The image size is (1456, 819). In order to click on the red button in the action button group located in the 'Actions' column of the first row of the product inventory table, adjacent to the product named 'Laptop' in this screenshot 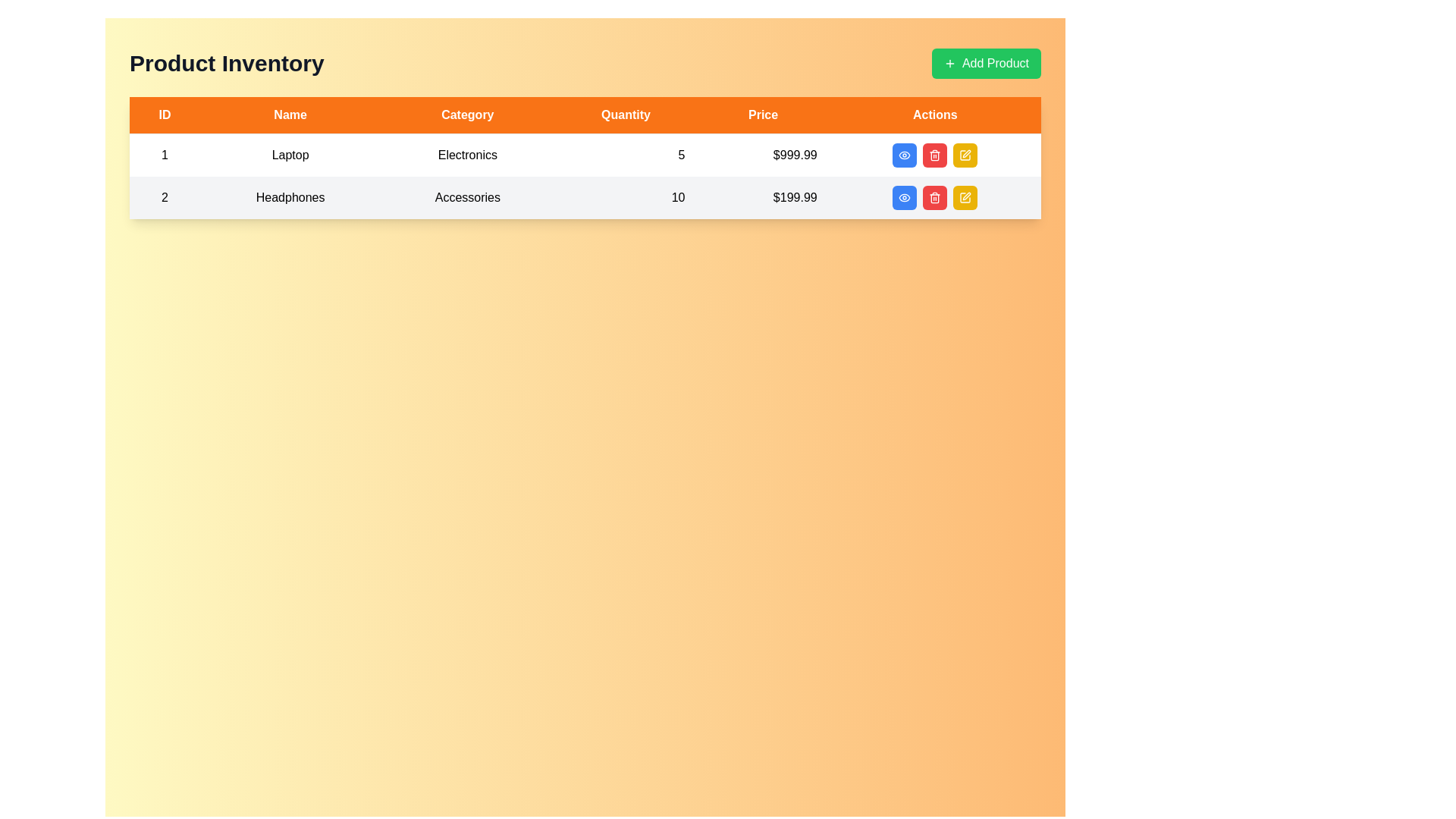, I will do `click(934, 155)`.